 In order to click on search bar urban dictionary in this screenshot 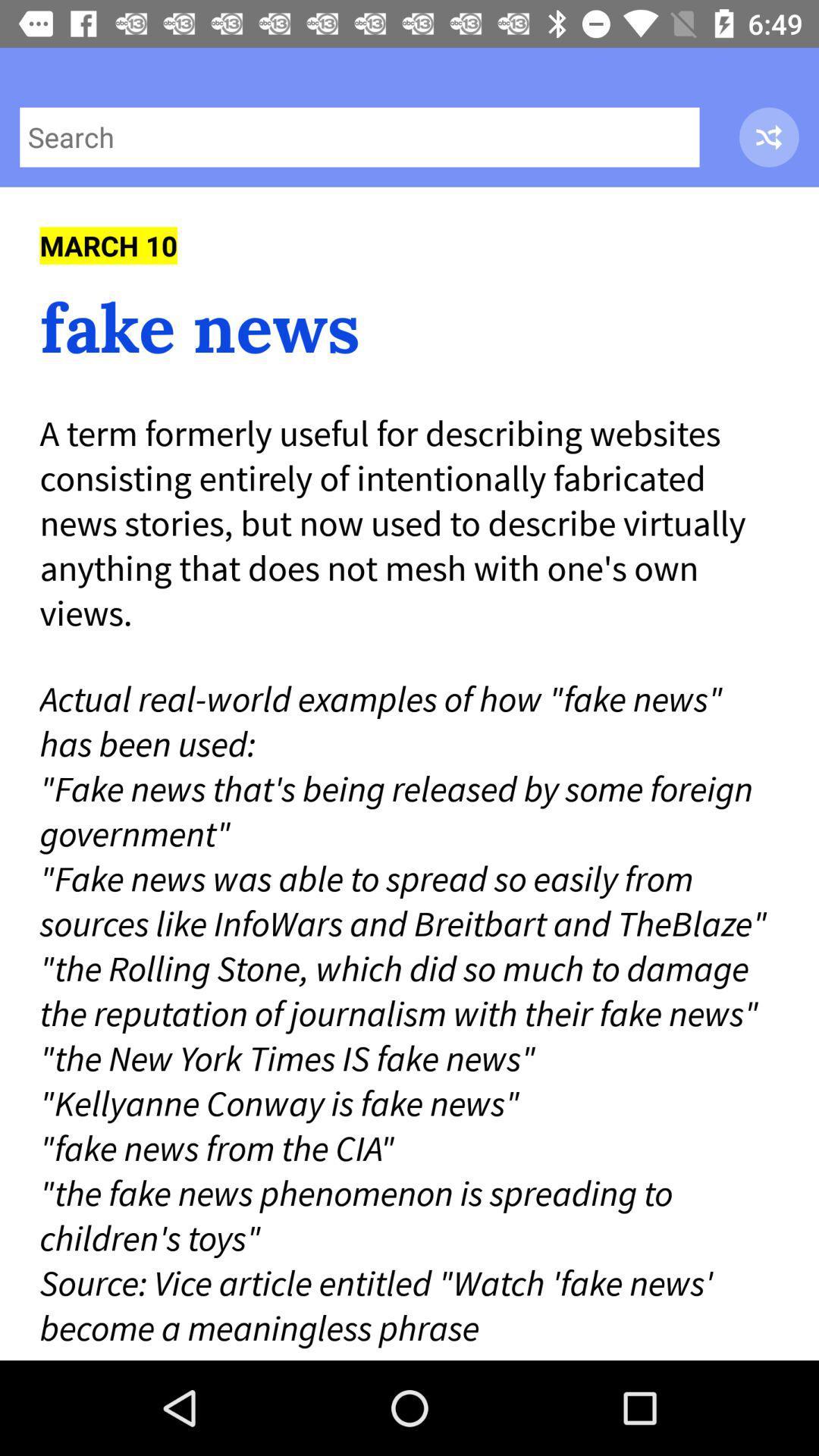, I will do `click(359, 137)`.